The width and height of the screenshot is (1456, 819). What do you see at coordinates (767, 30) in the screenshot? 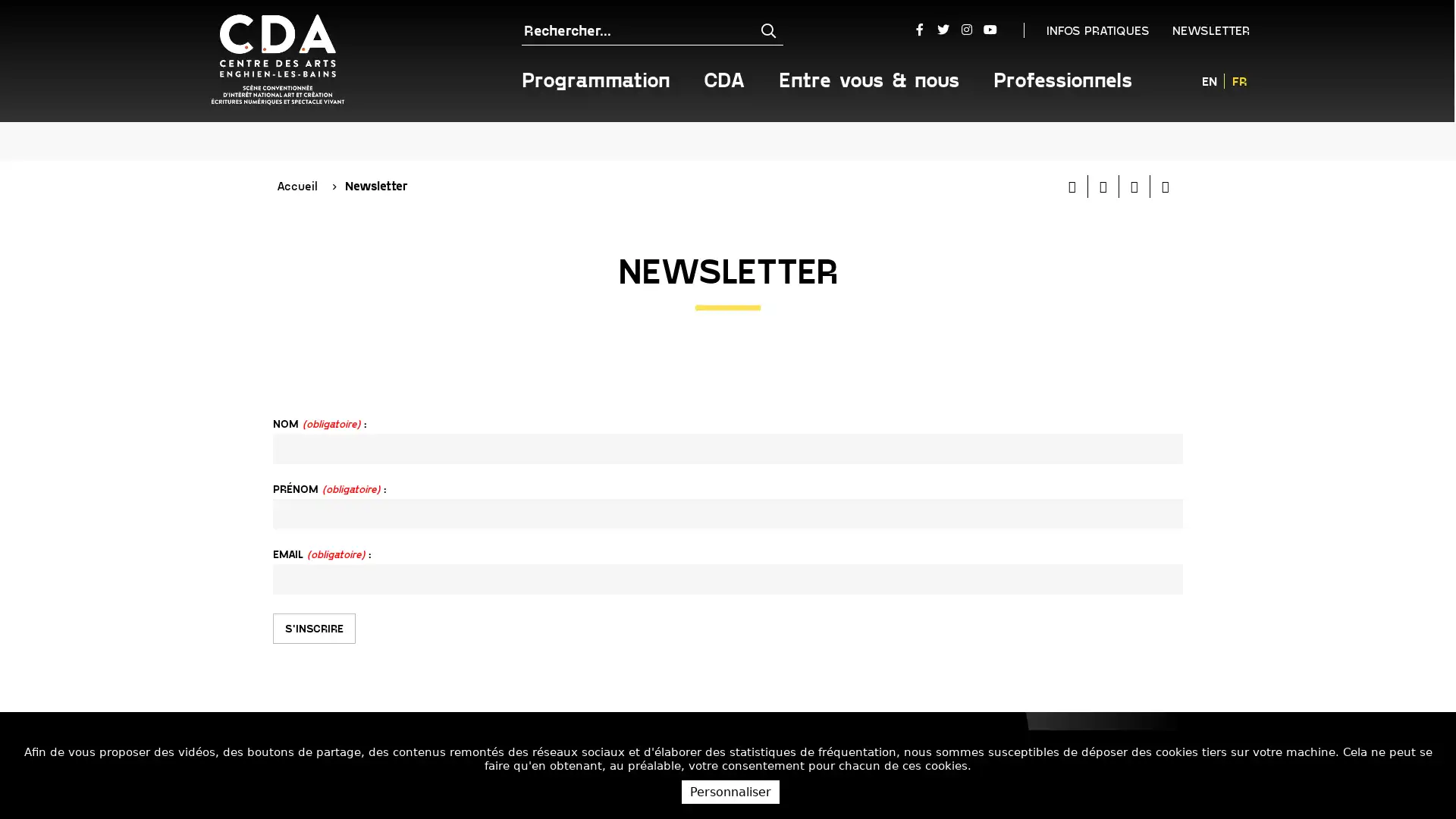
I see `Rechercher sur tout le site` at bounding box center [767, 30].